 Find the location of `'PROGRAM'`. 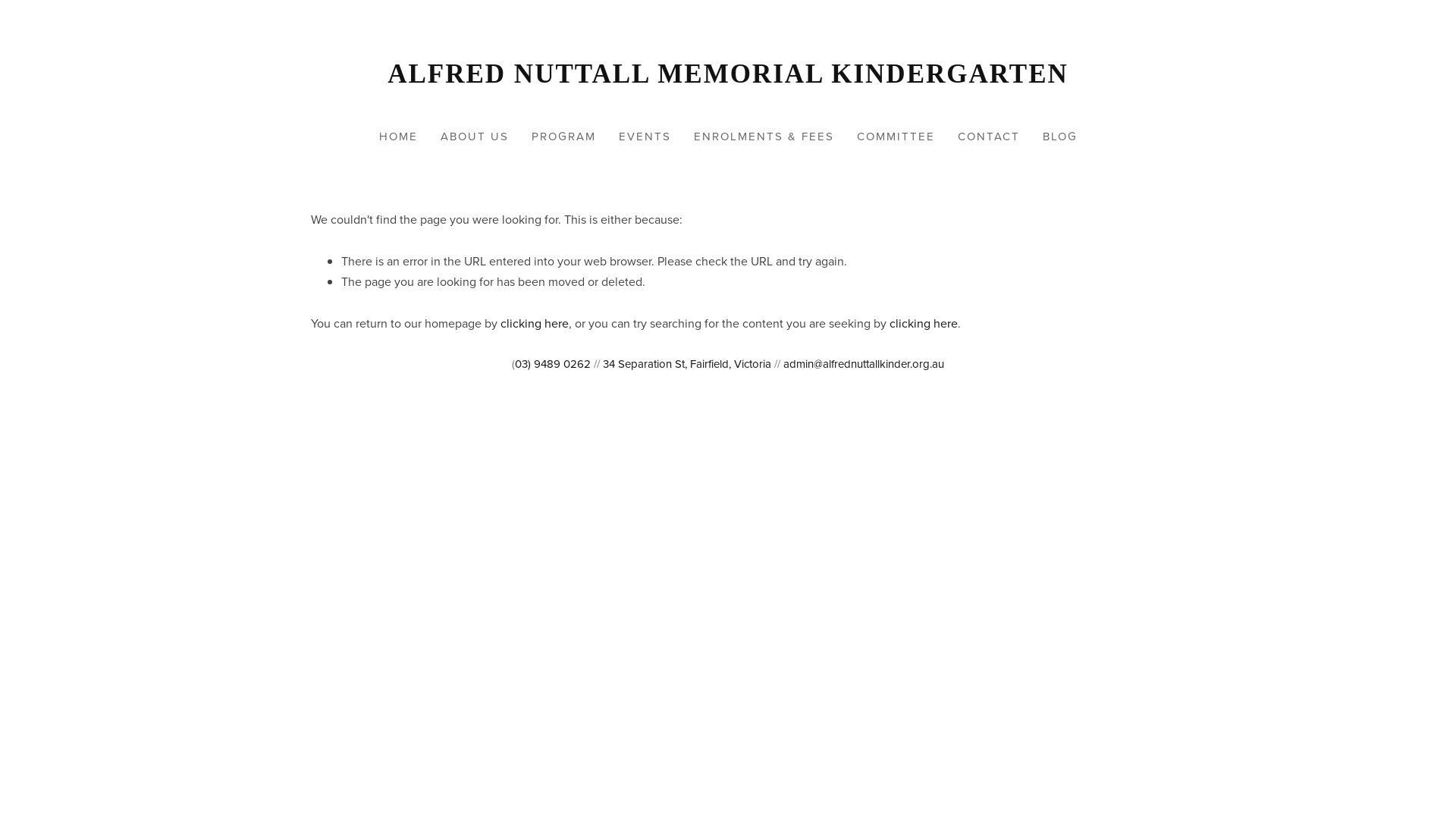

'PROGRAM' is located at coordinates (521, 136).